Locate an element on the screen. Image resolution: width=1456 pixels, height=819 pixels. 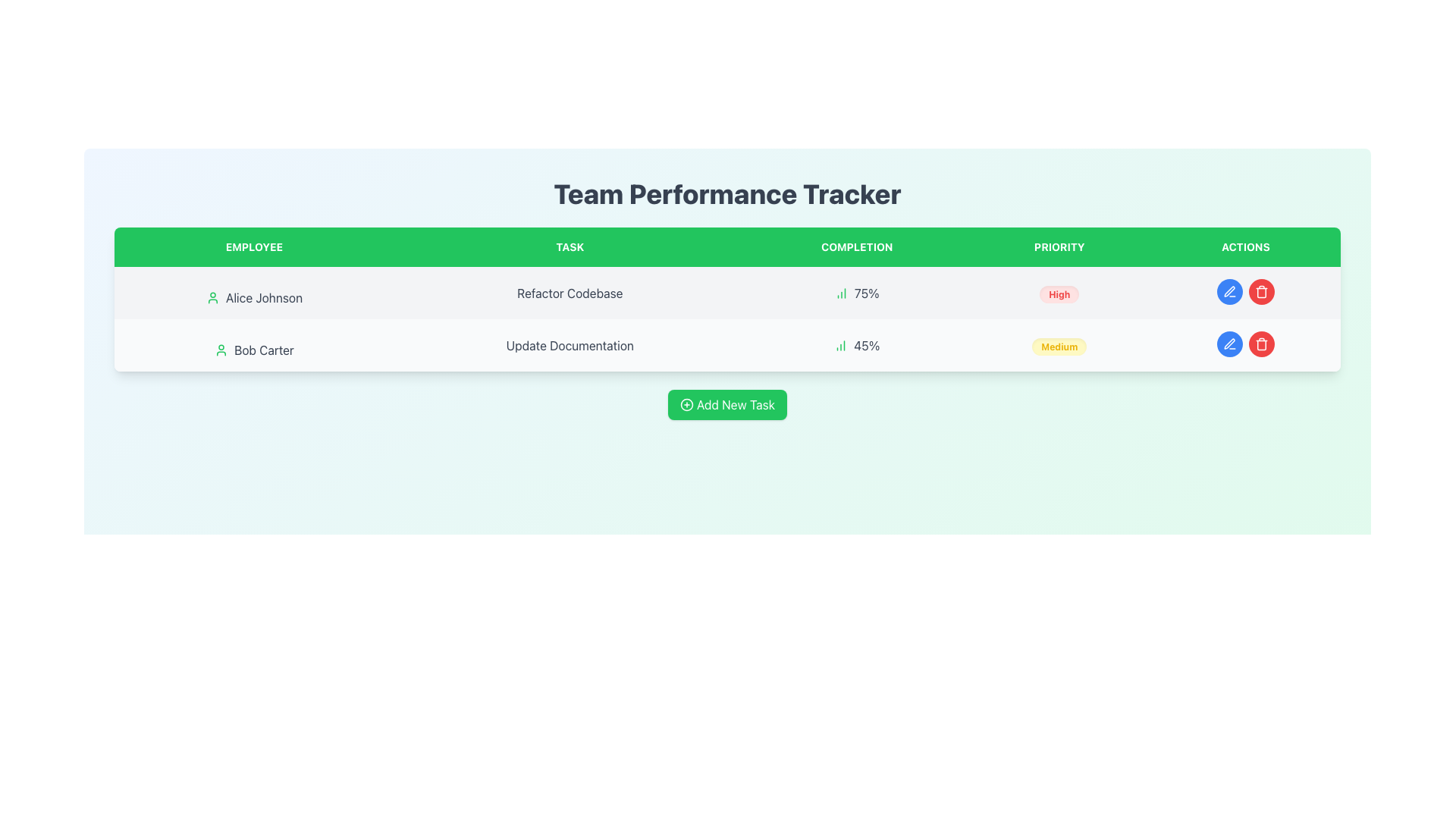
the edit button in the Actions column of the second row for Bob Carter is located at coordinates (1229, 292).